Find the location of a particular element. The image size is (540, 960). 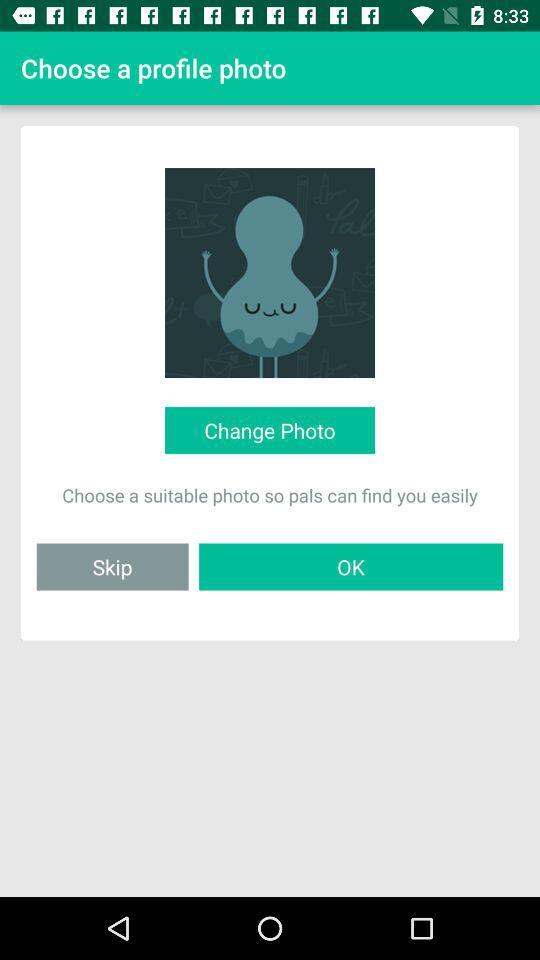

the item below the choose a suitable icon is located at coordinates (350, 566).